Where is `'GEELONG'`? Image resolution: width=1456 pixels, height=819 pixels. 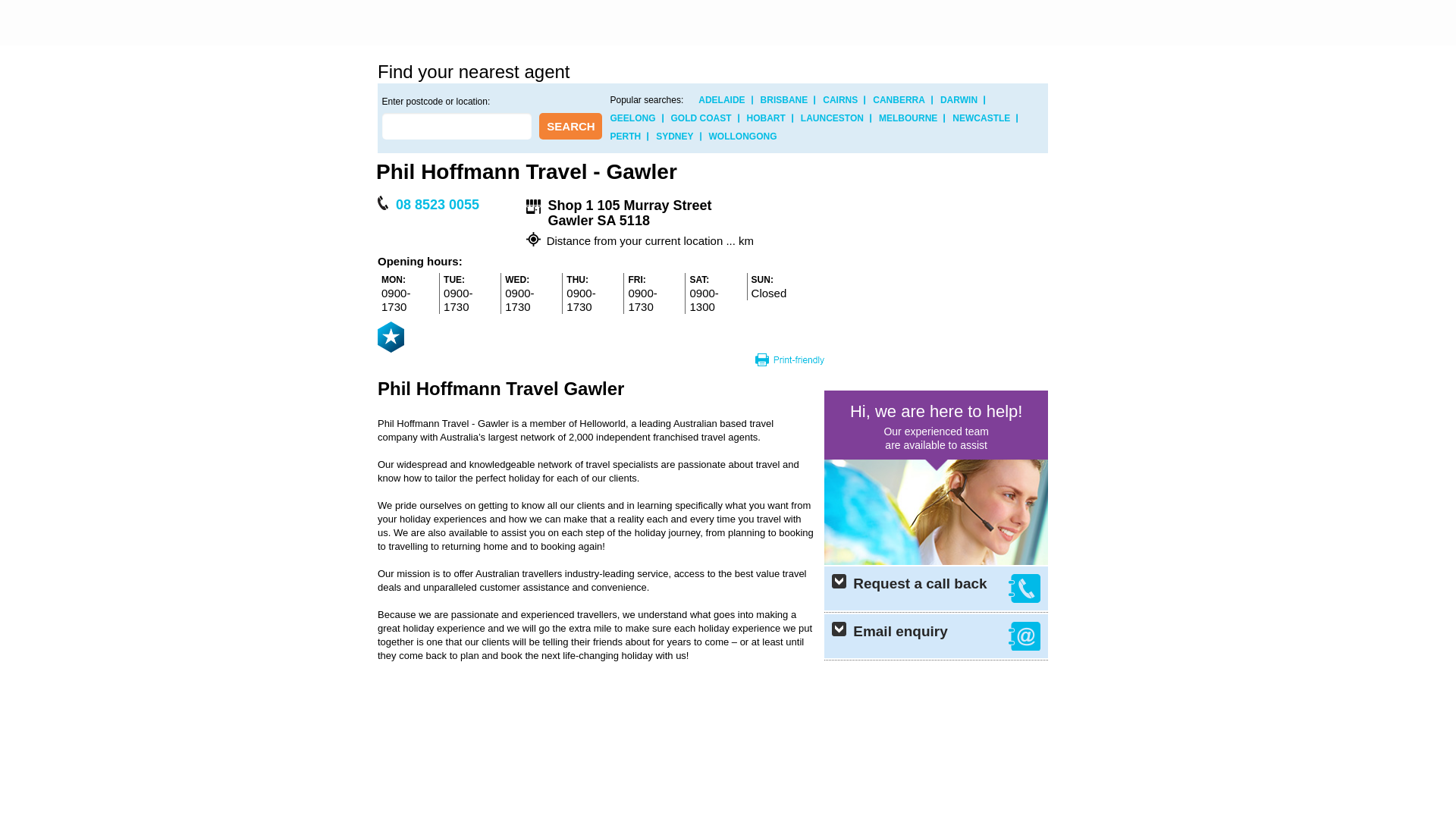
'GEELONG' is located at coordinates (610, 117).